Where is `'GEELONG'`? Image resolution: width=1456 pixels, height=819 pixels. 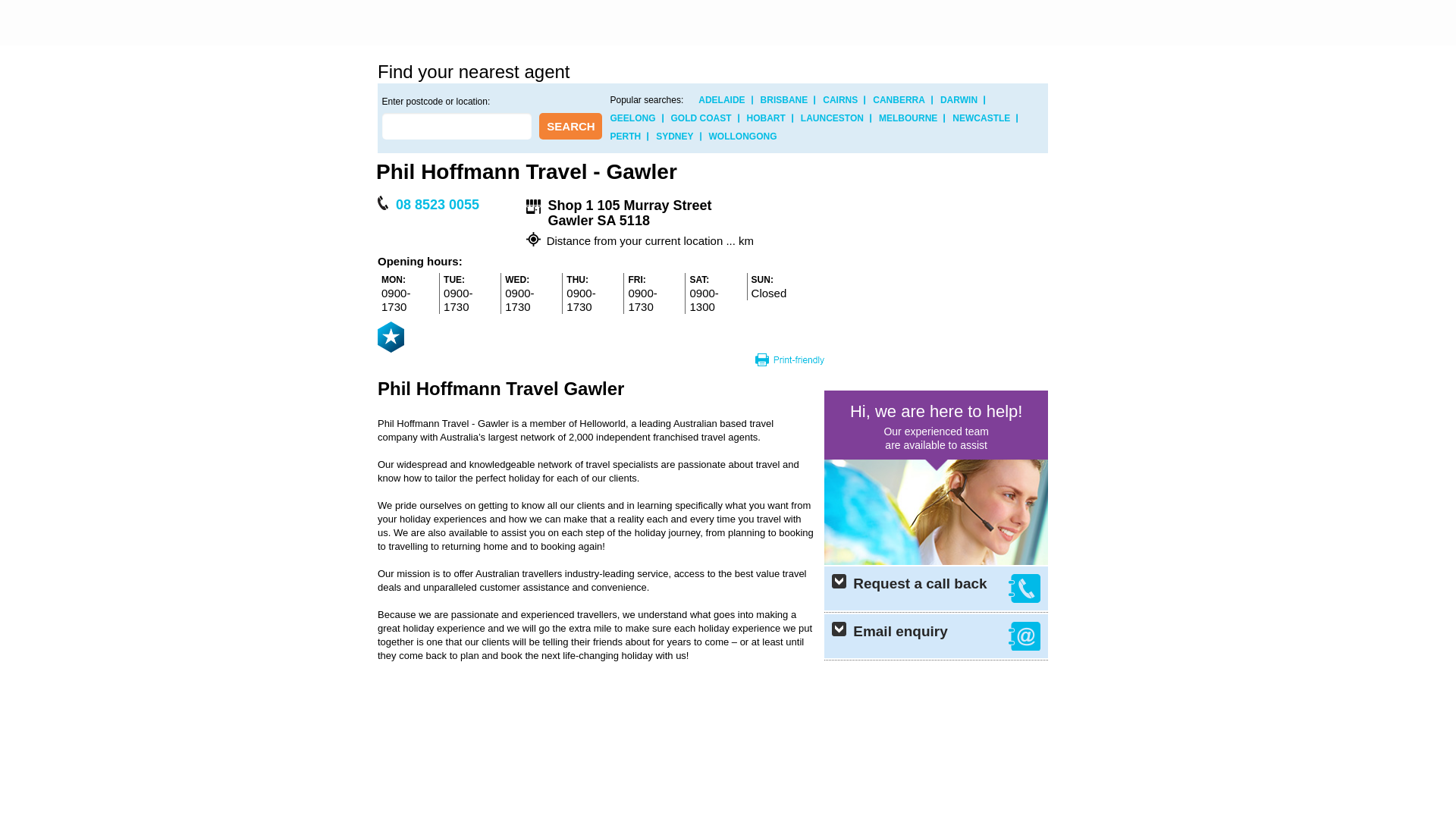
'GEELONG' is located at coordinates (610, 117).